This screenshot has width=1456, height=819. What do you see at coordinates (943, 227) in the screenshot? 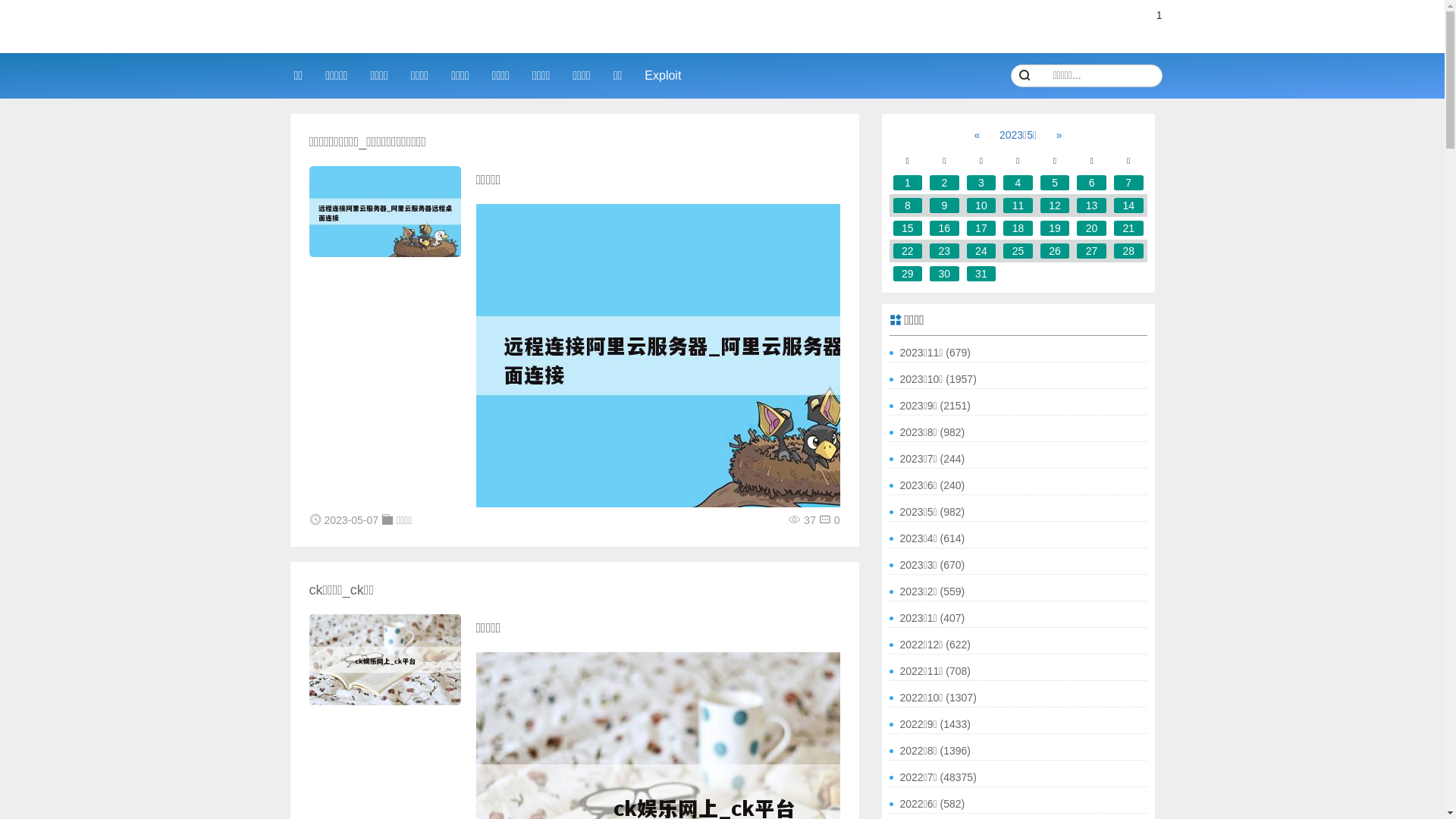
I see `'16'` at bounding box center [943, 227].